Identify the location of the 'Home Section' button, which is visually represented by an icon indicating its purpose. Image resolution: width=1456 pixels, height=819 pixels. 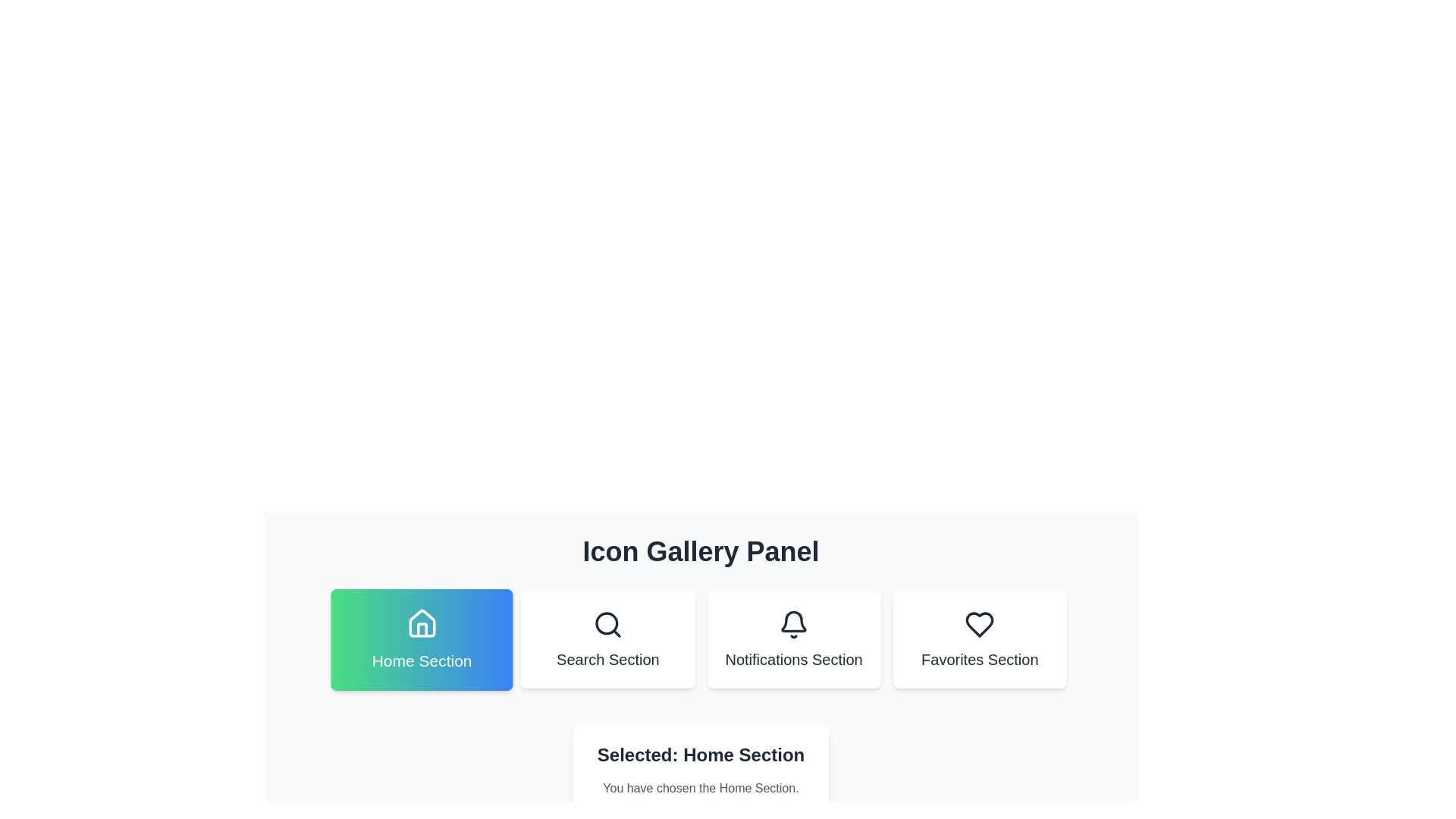
(422, 623).